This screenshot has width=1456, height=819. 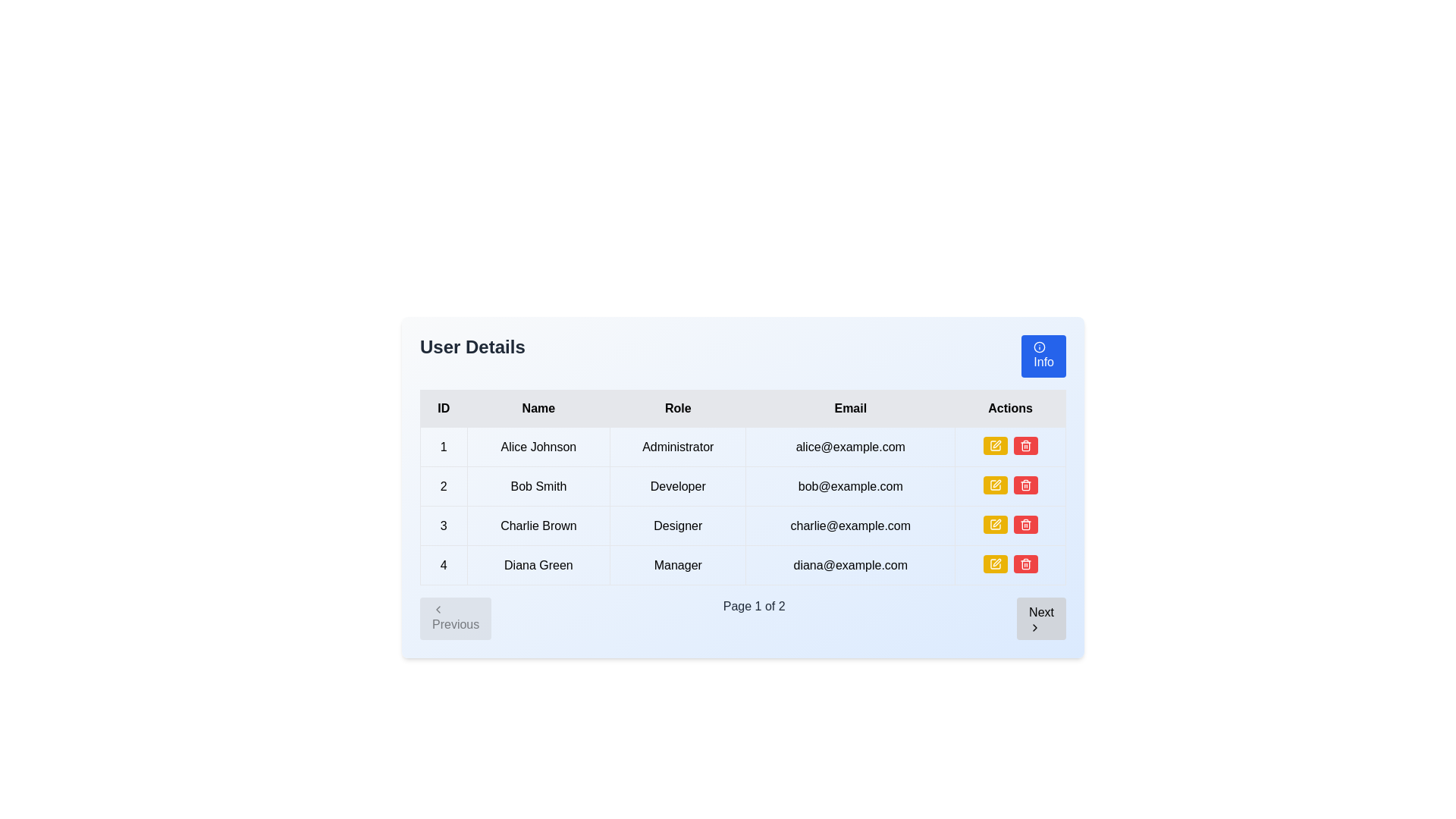 I want to click on the delete button with a red background and white text, featuring a trash can icon, located at the rightmost end of the action buttons in the 'Actions' column of the third row in the user details table, so click(x=1025, y=485).